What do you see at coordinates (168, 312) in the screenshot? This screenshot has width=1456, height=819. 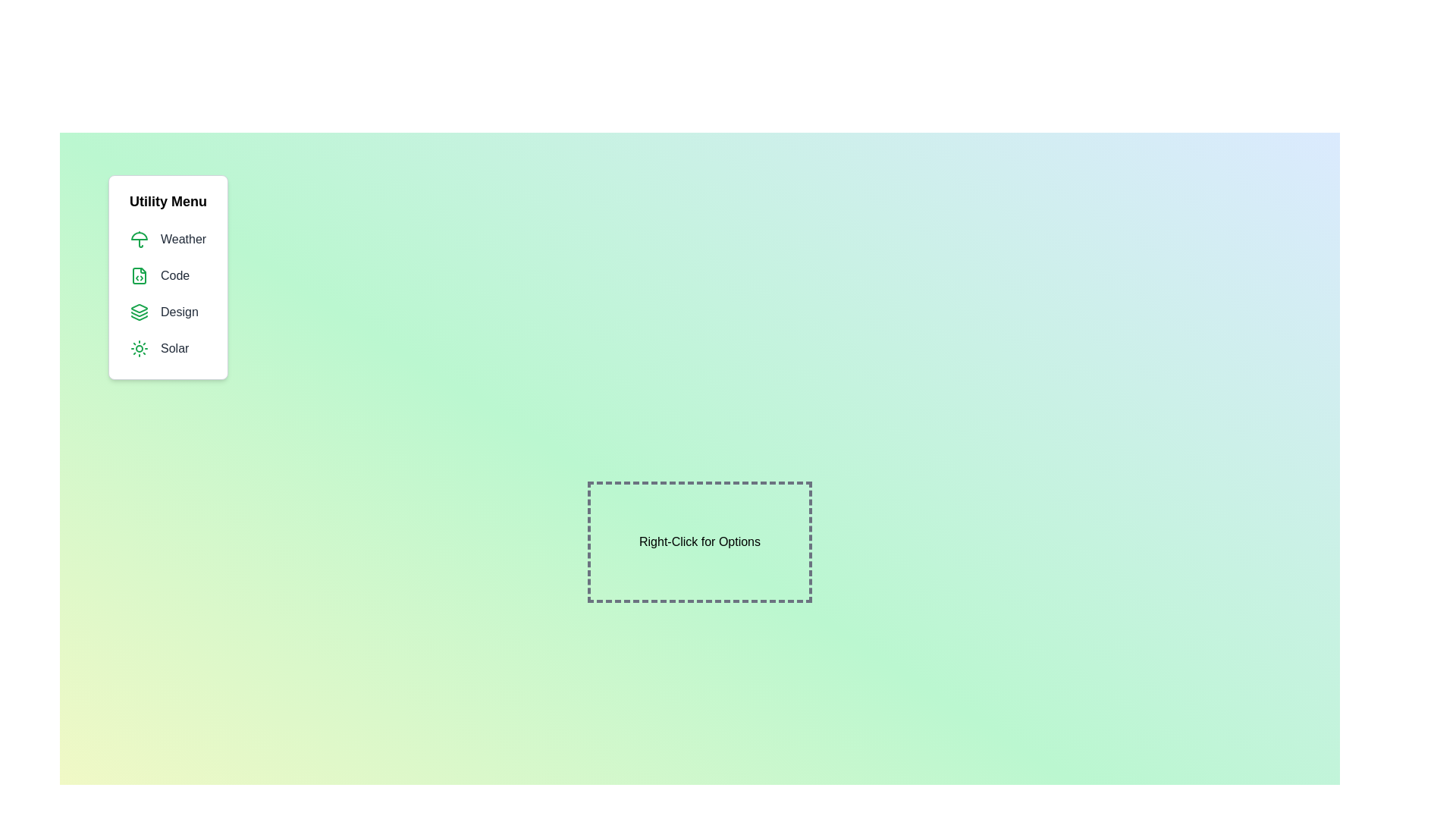 I see `the menu item Design to observe the hover effect` at bounding box center [168, 312].